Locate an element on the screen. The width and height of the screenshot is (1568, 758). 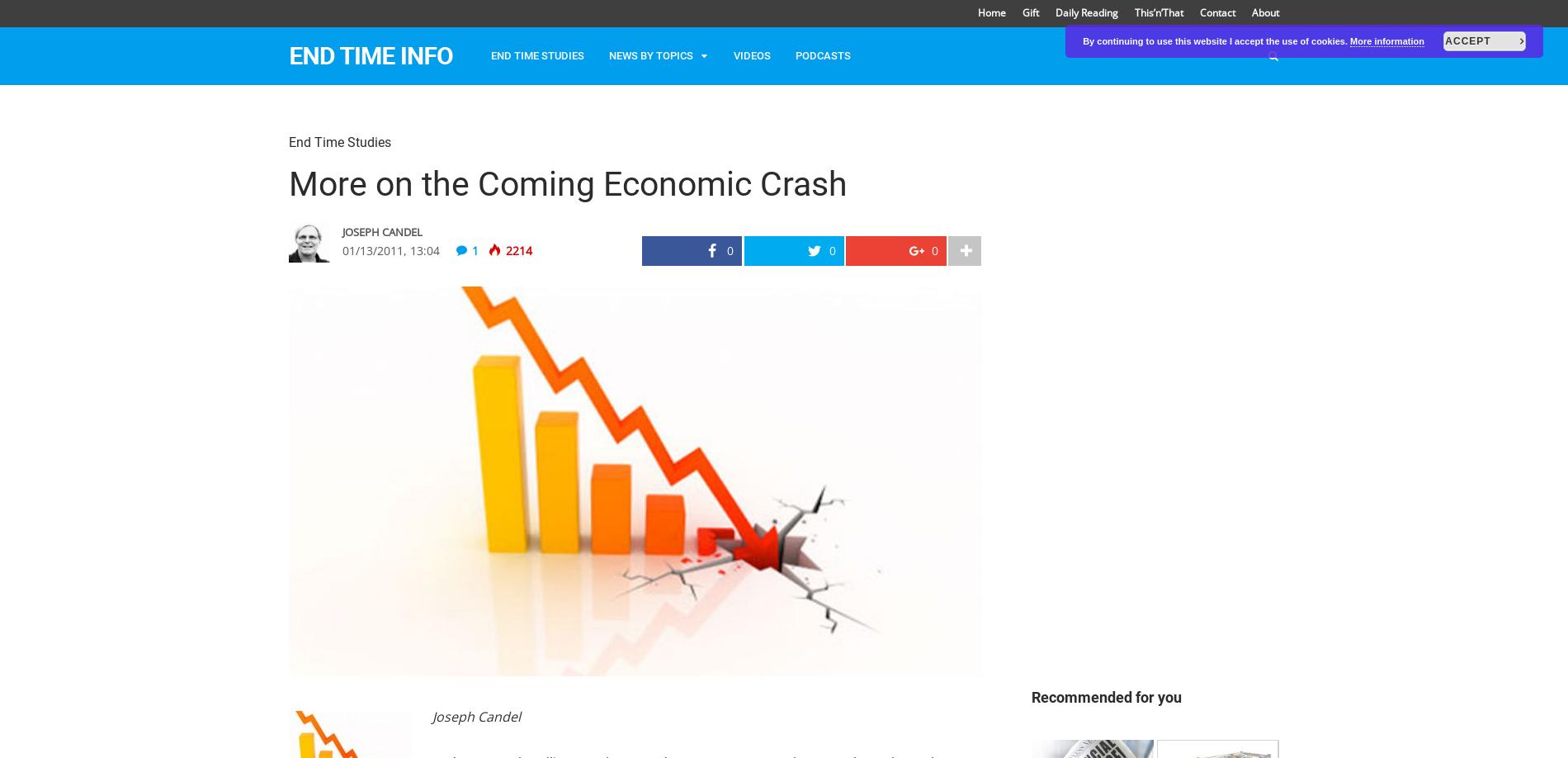
'Accept' is located at coordinates (1466, 41).